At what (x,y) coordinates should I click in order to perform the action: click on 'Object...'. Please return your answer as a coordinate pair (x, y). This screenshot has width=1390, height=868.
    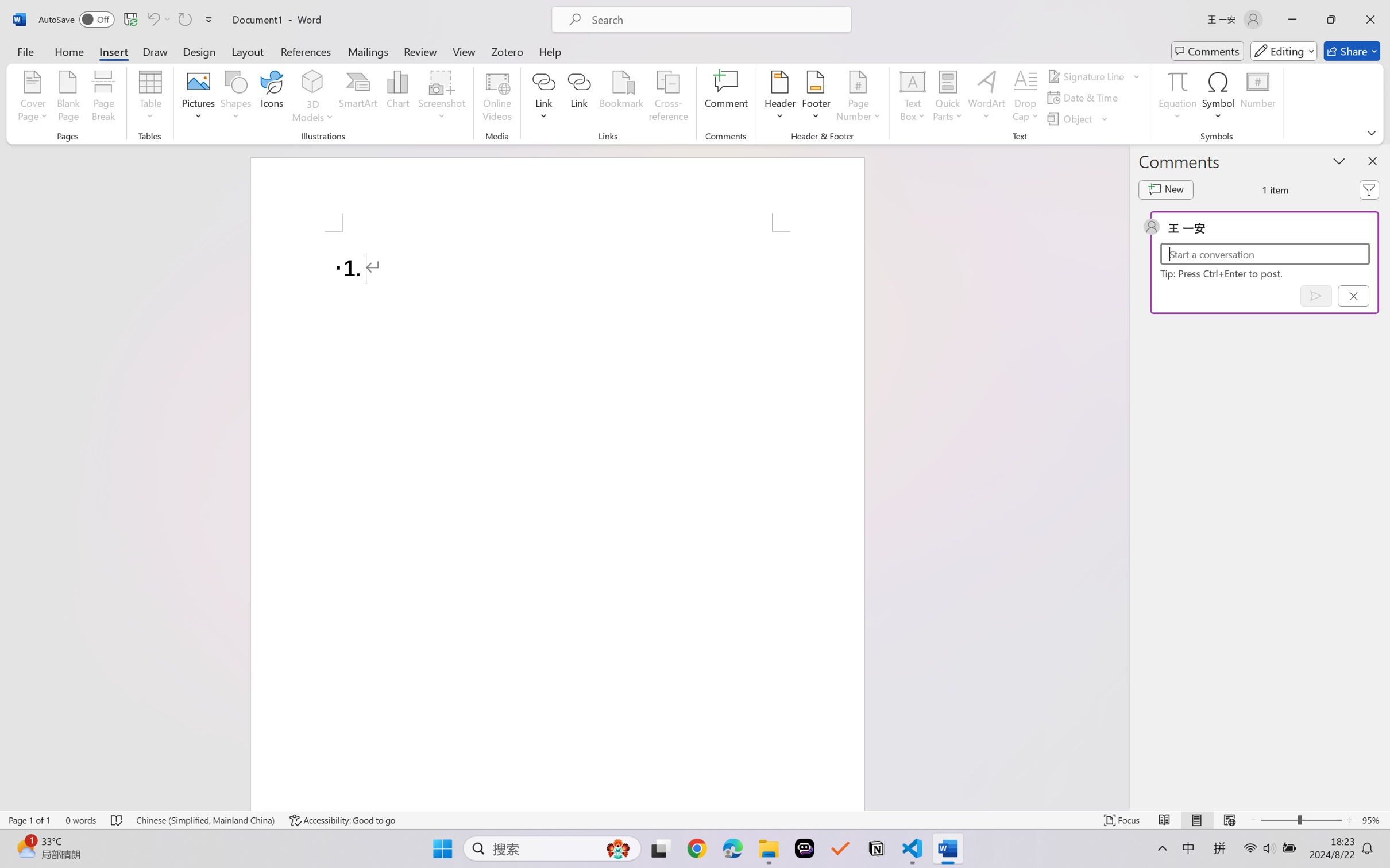
    Looking at the image, I should click on (1071, 119).